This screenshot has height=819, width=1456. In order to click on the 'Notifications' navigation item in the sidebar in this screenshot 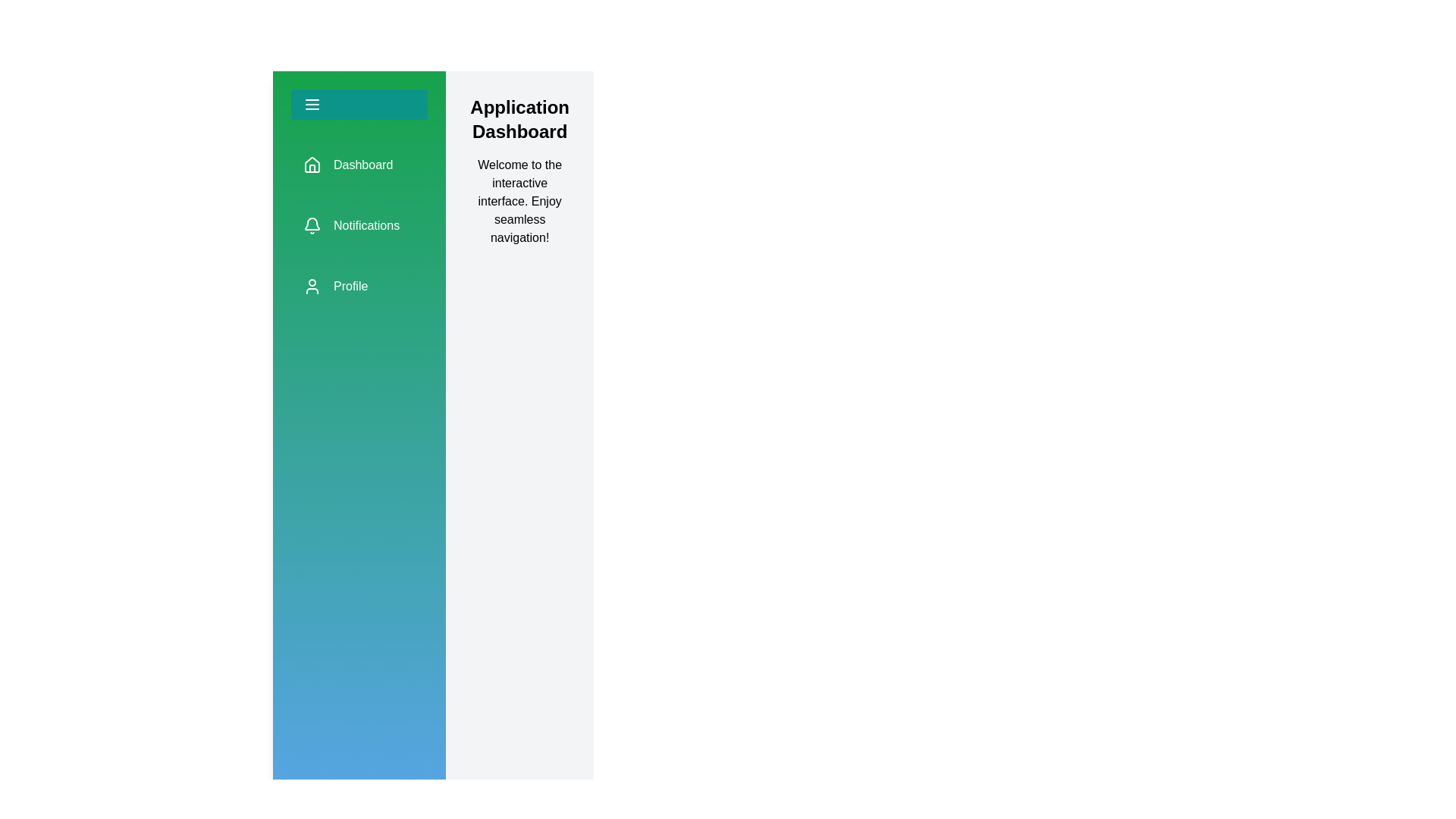, I will do `click(359, 225)`.